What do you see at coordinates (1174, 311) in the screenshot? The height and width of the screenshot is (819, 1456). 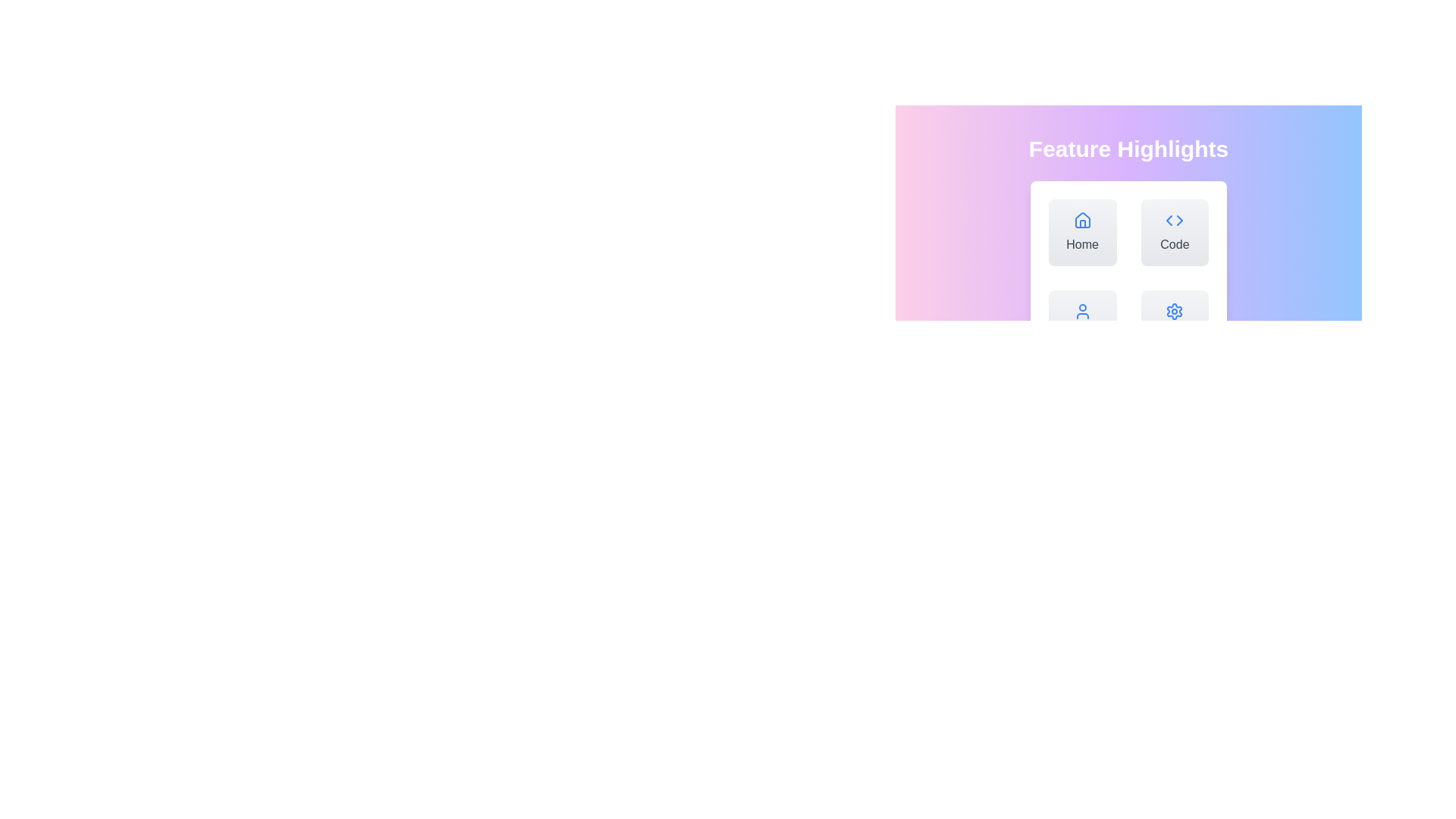 I see `the blue gear icon that is positioned above the 'Settings' text label in the bottom-right card of the grid layout` at bounding box center [1174, 311].